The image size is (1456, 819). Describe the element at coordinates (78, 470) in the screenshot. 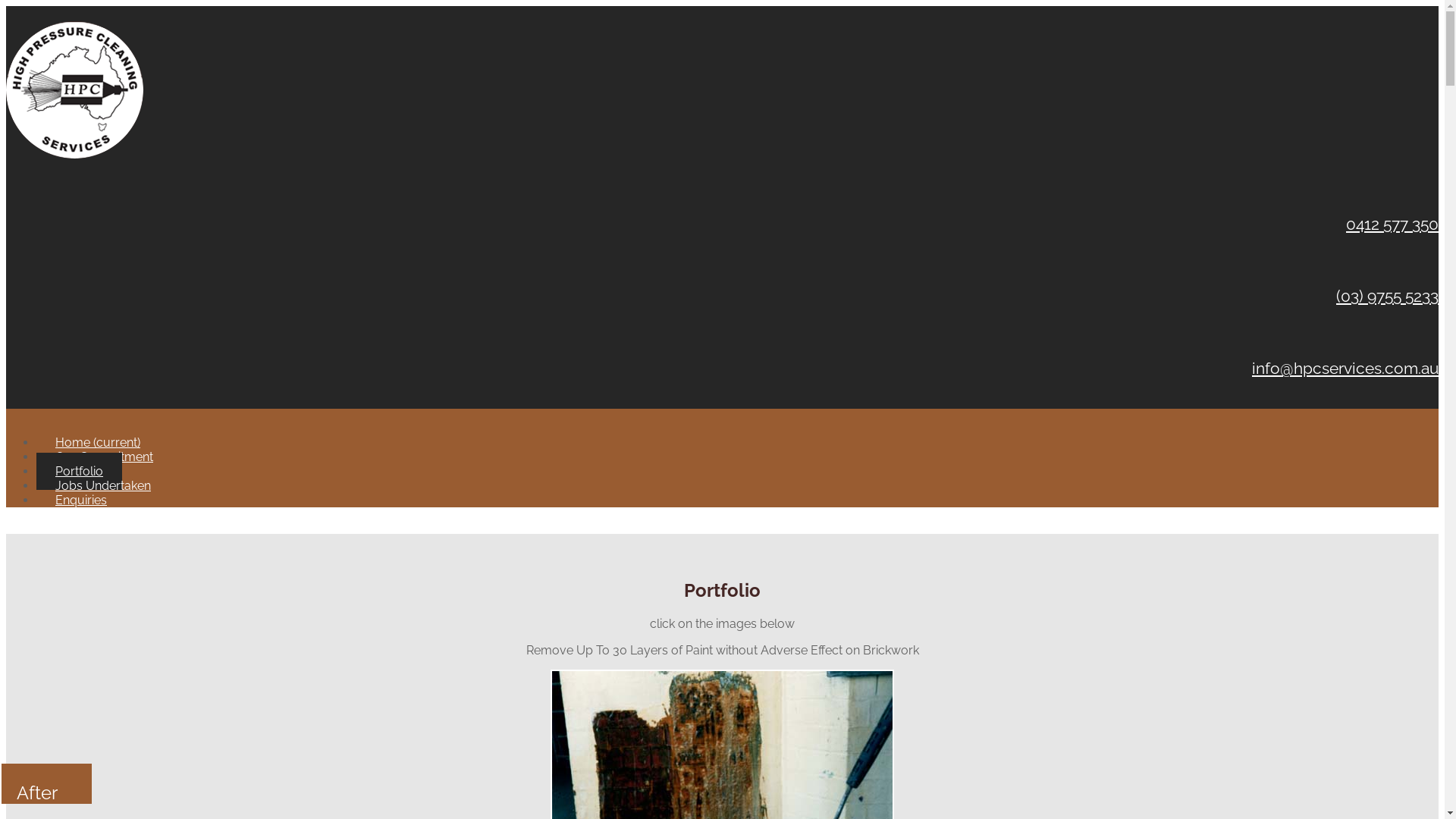

I see `'Portfolio'` at that location.